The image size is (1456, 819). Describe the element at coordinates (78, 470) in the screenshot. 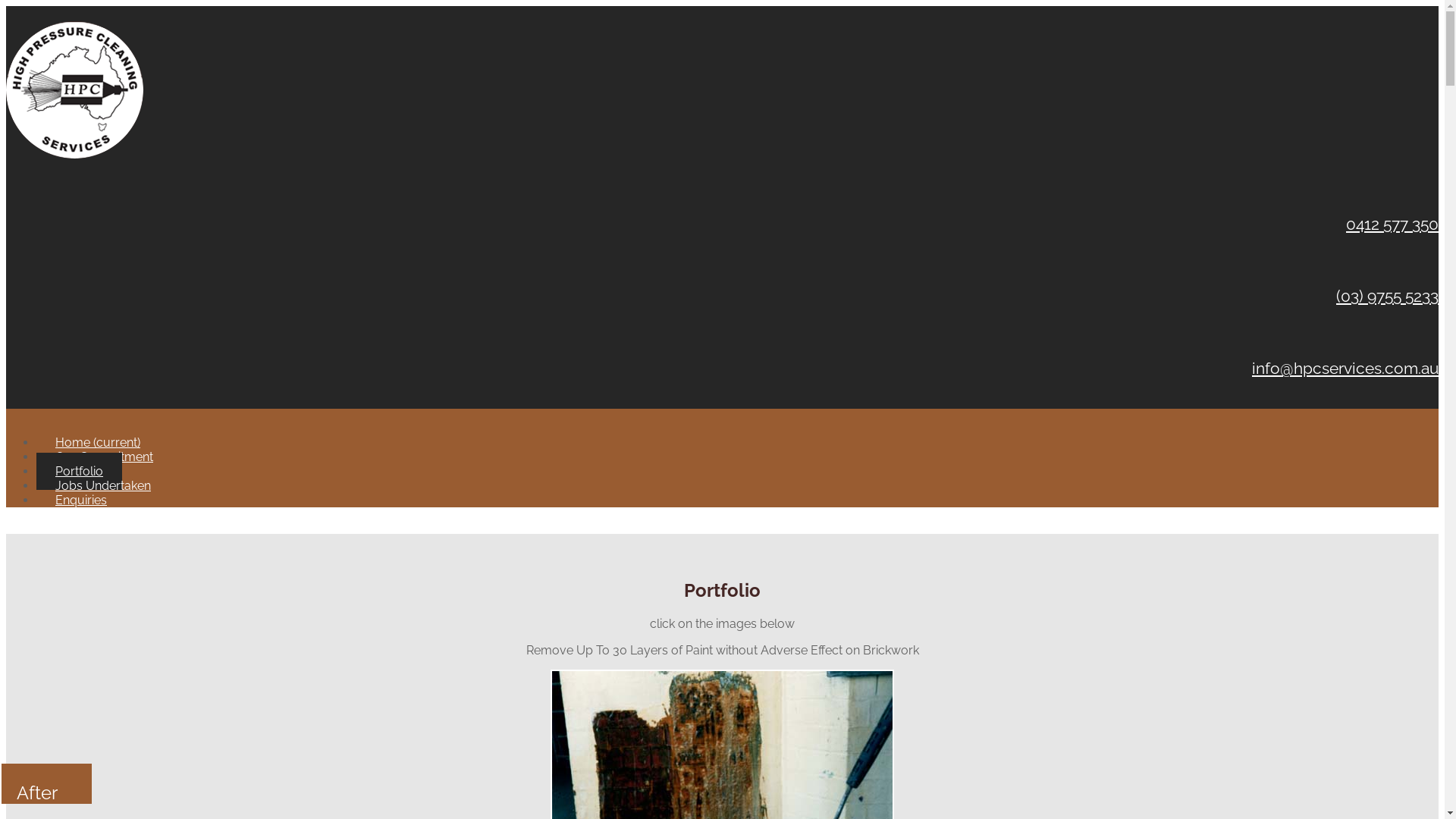

I see `'Portfolio'` at that location.